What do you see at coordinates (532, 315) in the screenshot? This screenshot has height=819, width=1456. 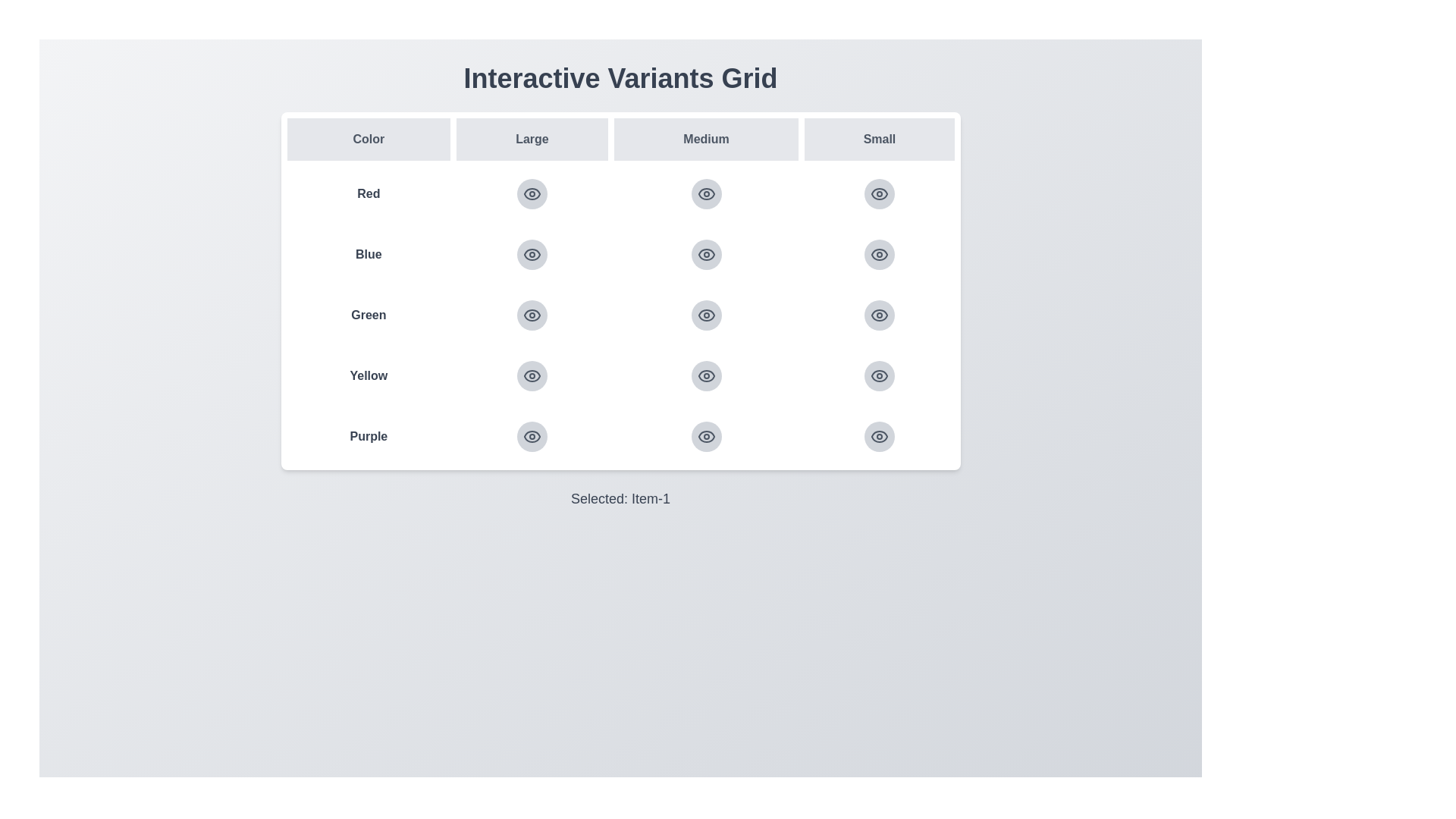 I see `the Button with an eye-shaped icon located in the row labeled 'Green' and under the 'Large' category by moving the cursor to its center point` at bounding box center [532, 315].